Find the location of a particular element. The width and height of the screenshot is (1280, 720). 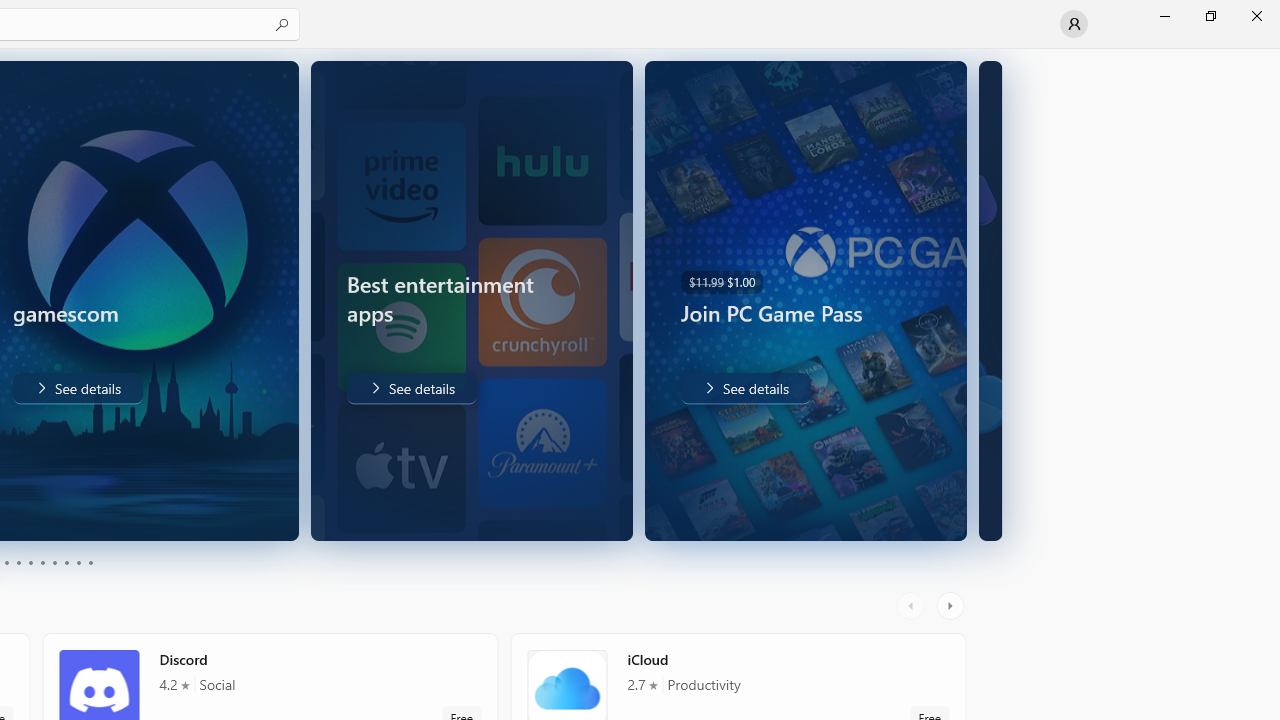

'Page 10' is located at coordinates (89, 563).